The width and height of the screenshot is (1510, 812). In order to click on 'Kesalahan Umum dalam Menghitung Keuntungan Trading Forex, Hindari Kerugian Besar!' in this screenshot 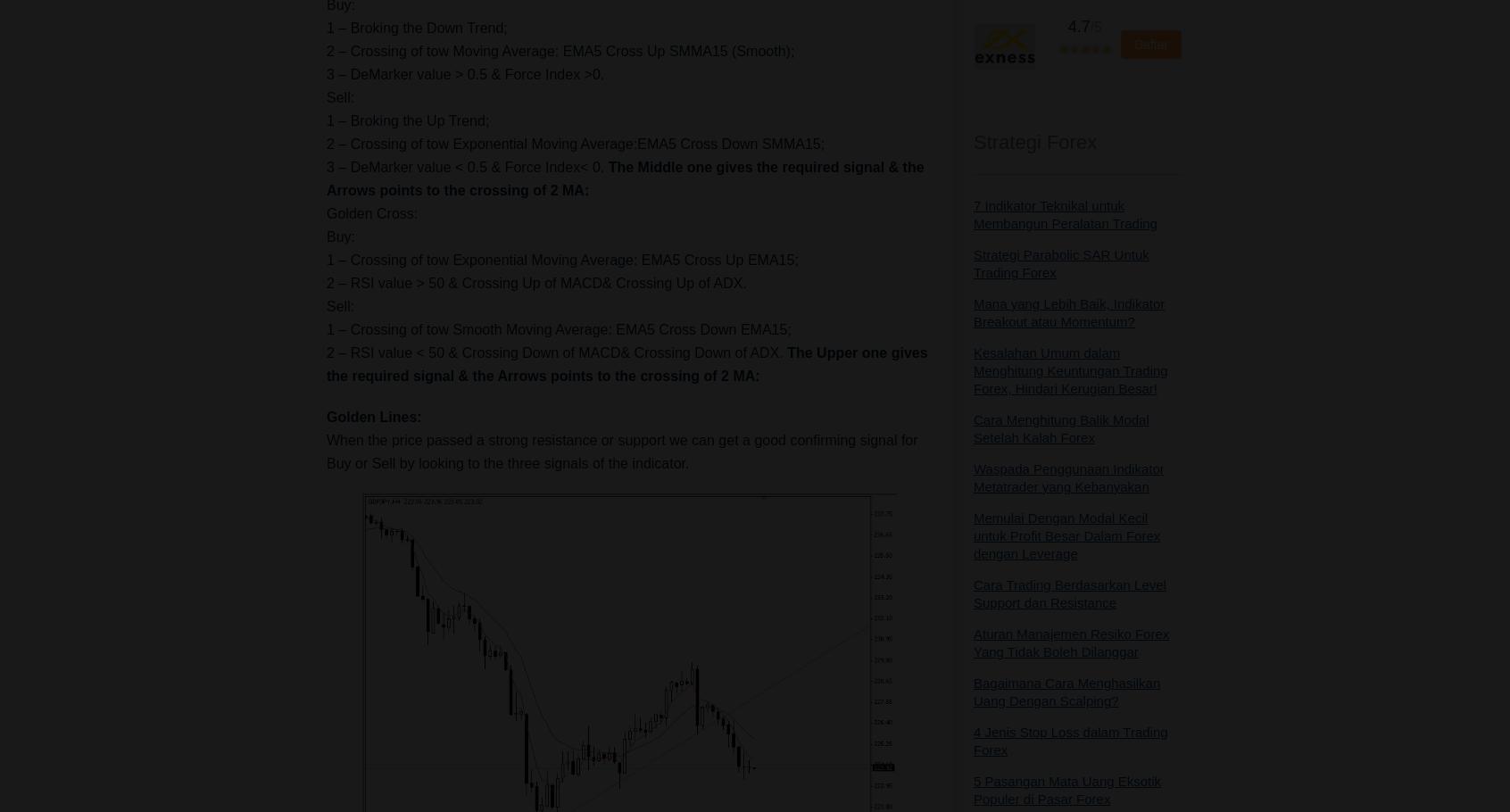, I will do `click(974, 369)`.